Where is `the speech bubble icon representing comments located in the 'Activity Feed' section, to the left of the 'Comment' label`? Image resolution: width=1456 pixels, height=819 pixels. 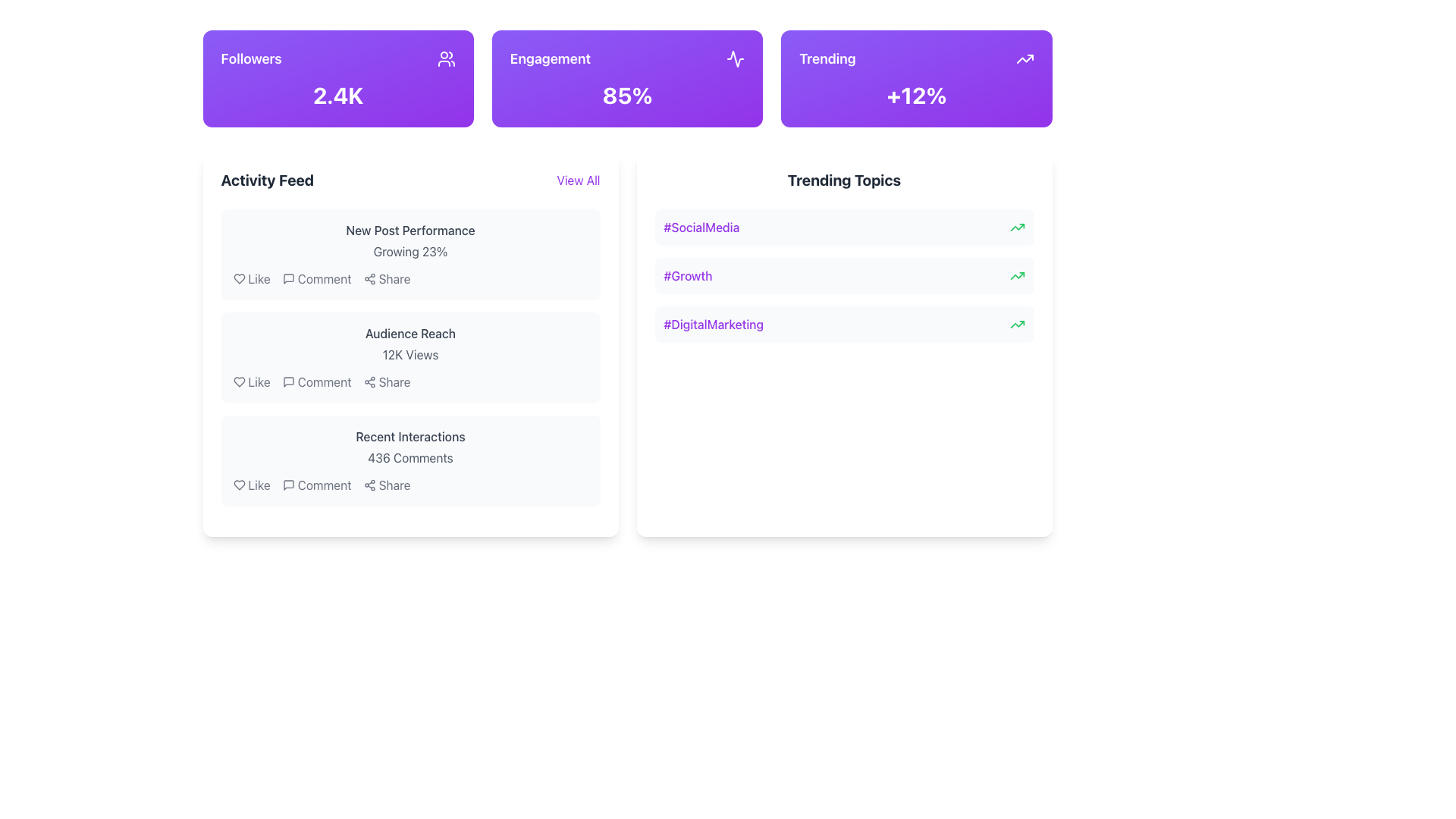 the speech bubble icon representing comments located in the 'Activity Feed' section, to the left of the 'Comment' label is located at coordinates (288, 278).